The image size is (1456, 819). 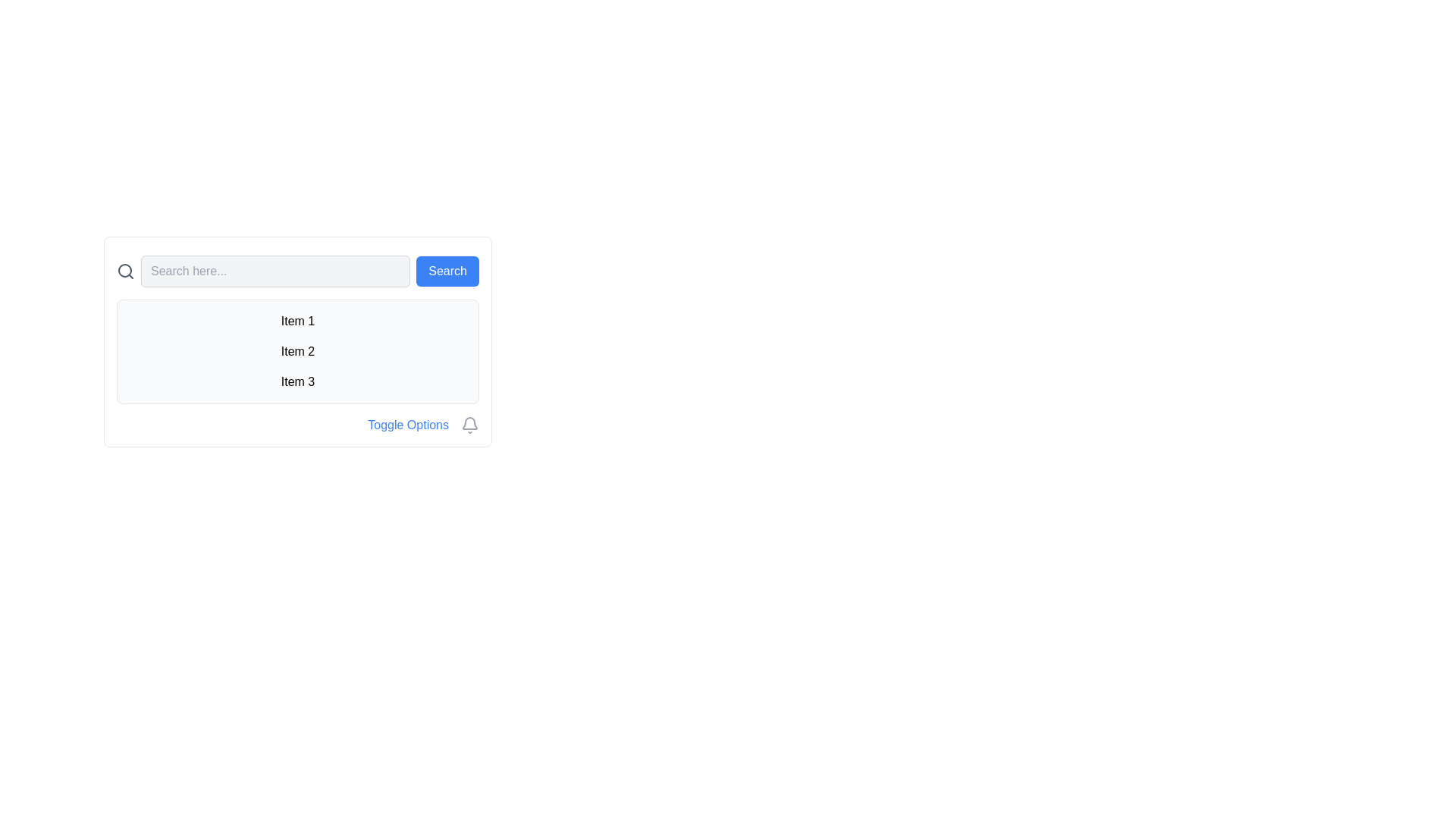 What do you see at coordinates (408, 425) in the screenshot?
I see `the hyperlink labeled 'Toggle Options'` at bounding box center [408, 425].